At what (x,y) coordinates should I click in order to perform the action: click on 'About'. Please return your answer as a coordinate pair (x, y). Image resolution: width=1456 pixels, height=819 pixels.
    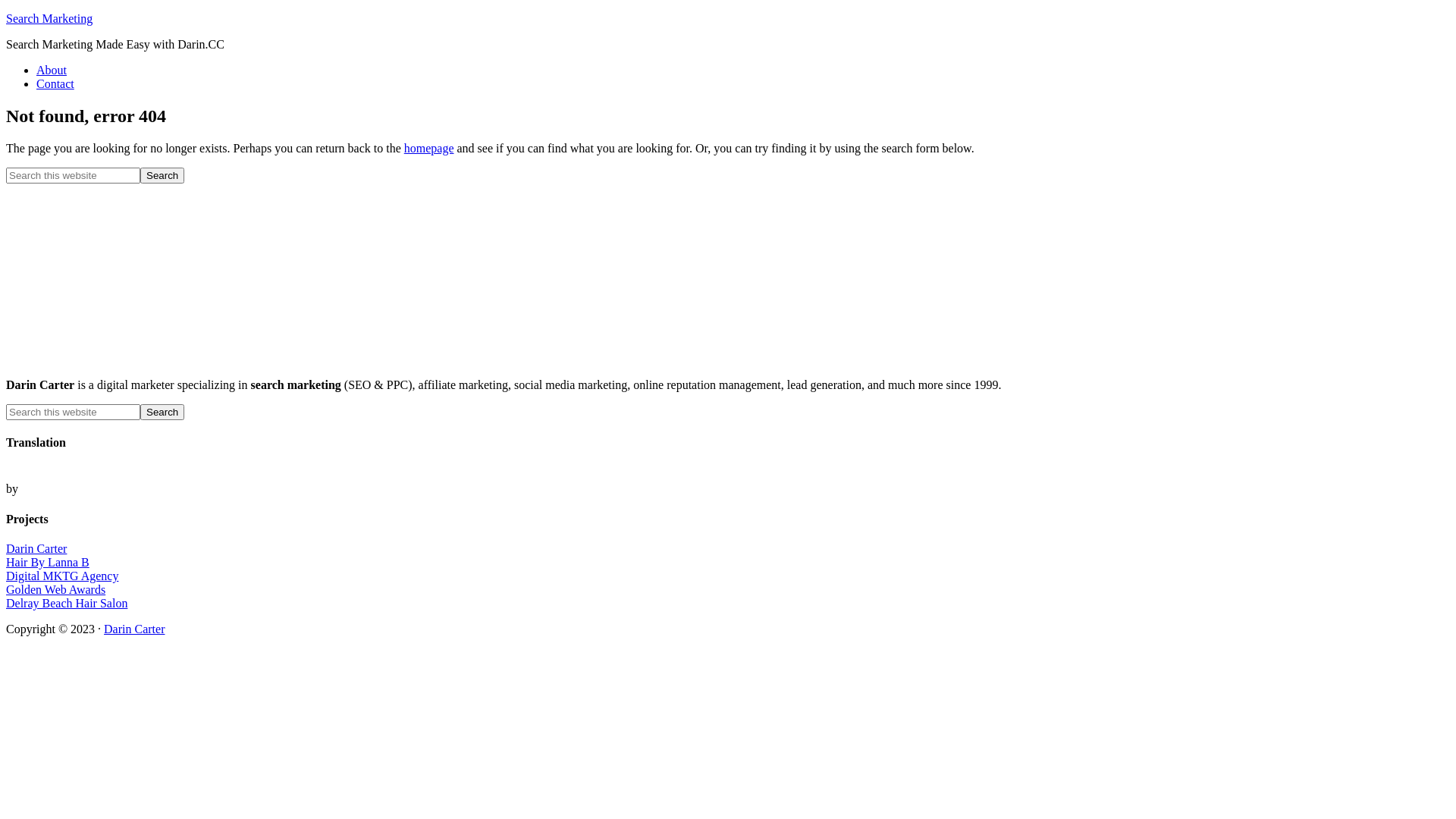
    Looking at the image, I should click on (51, 70).